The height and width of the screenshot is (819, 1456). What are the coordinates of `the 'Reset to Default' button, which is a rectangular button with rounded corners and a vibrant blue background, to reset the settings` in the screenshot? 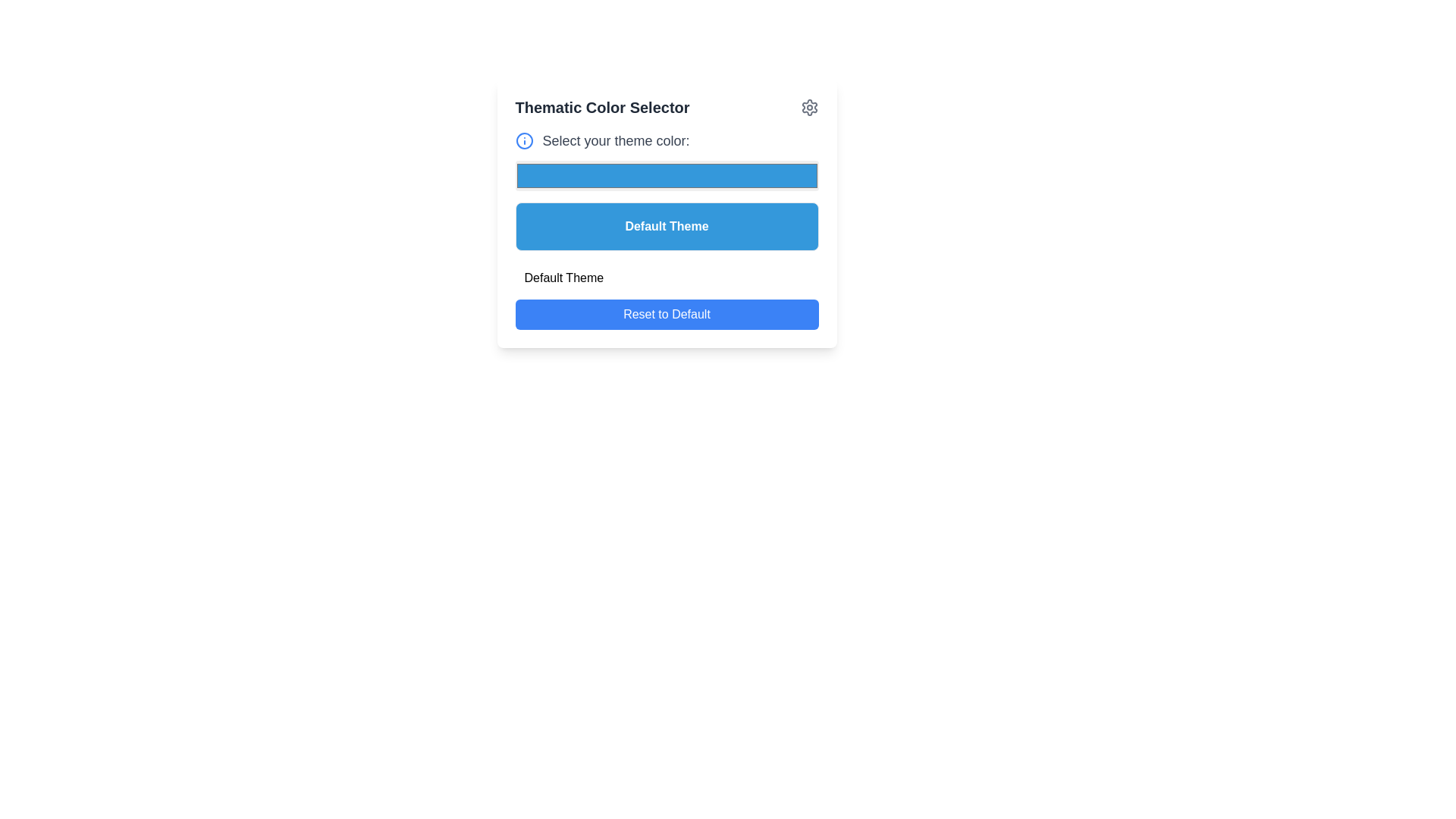 It's located at (667, 296).